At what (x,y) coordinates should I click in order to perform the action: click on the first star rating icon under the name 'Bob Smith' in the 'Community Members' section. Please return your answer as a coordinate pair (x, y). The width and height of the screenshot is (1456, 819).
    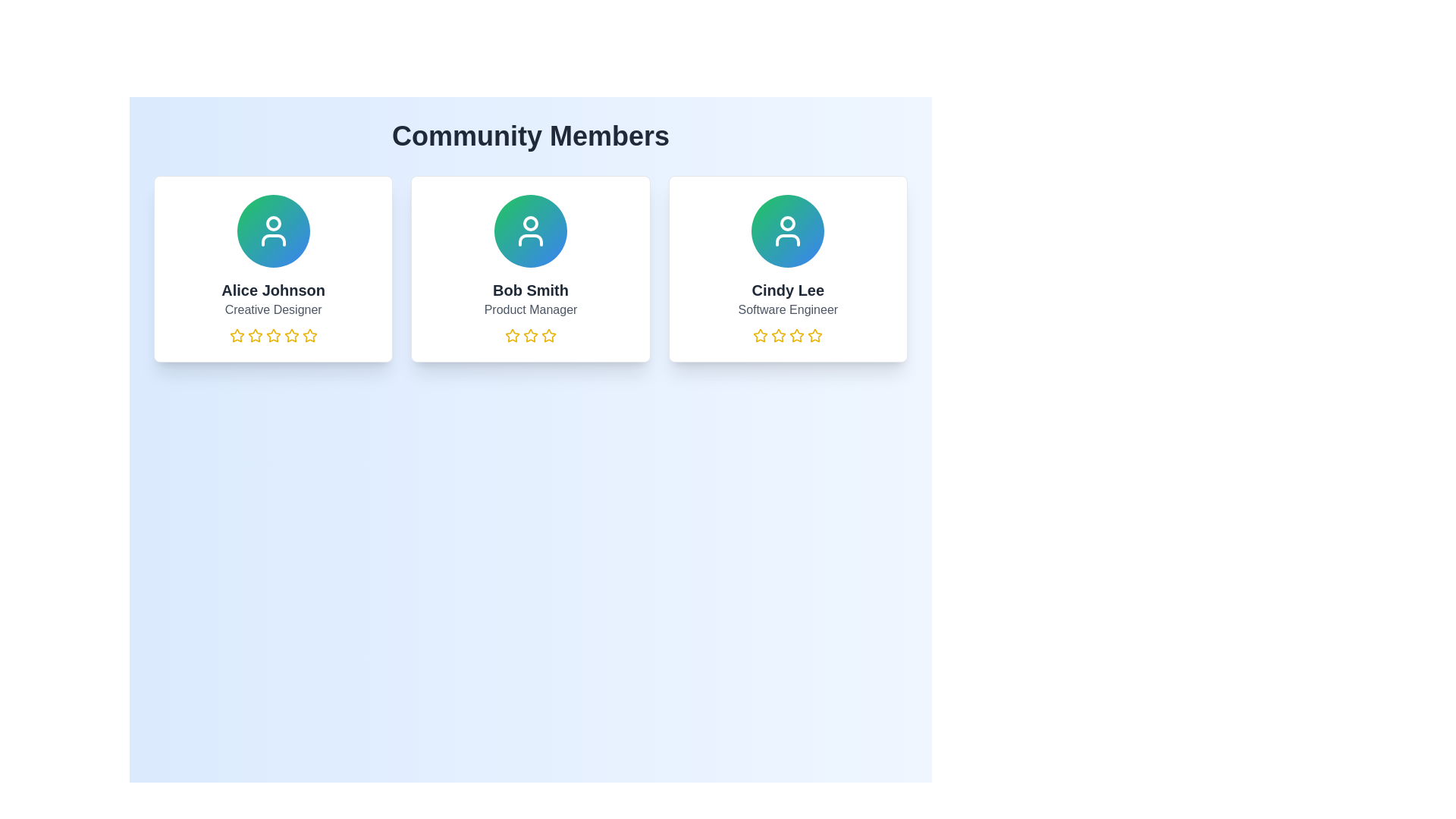
    Looking at the image, I should click on (513, 334).